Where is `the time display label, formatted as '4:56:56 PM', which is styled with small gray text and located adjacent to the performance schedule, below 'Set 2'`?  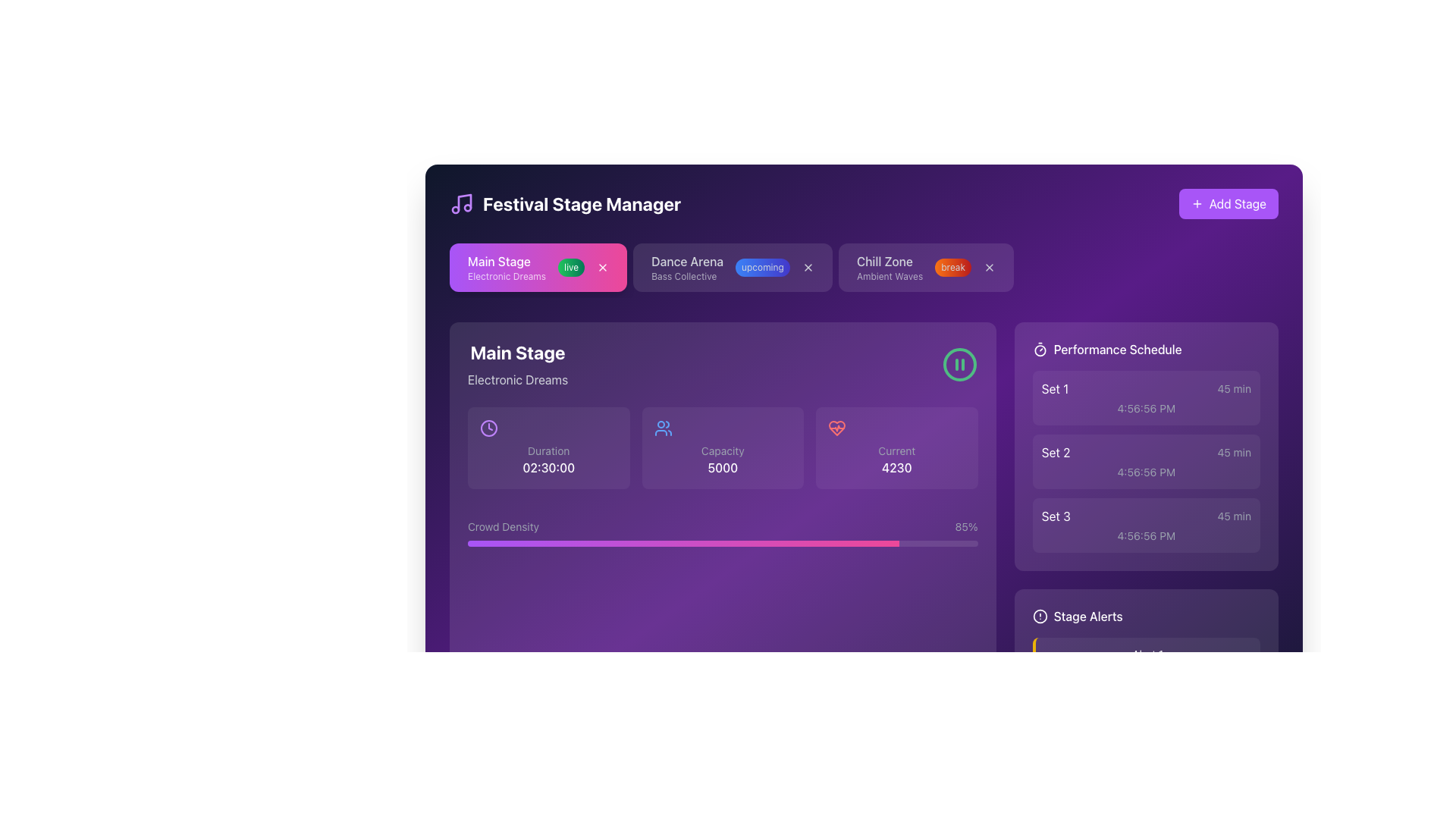 the time display label, formatted as '4:56:56 PM', which is styled with small gray text and located adjacent to the performance schedule, below 'Set 2' is located at coordinates (1146, 472).